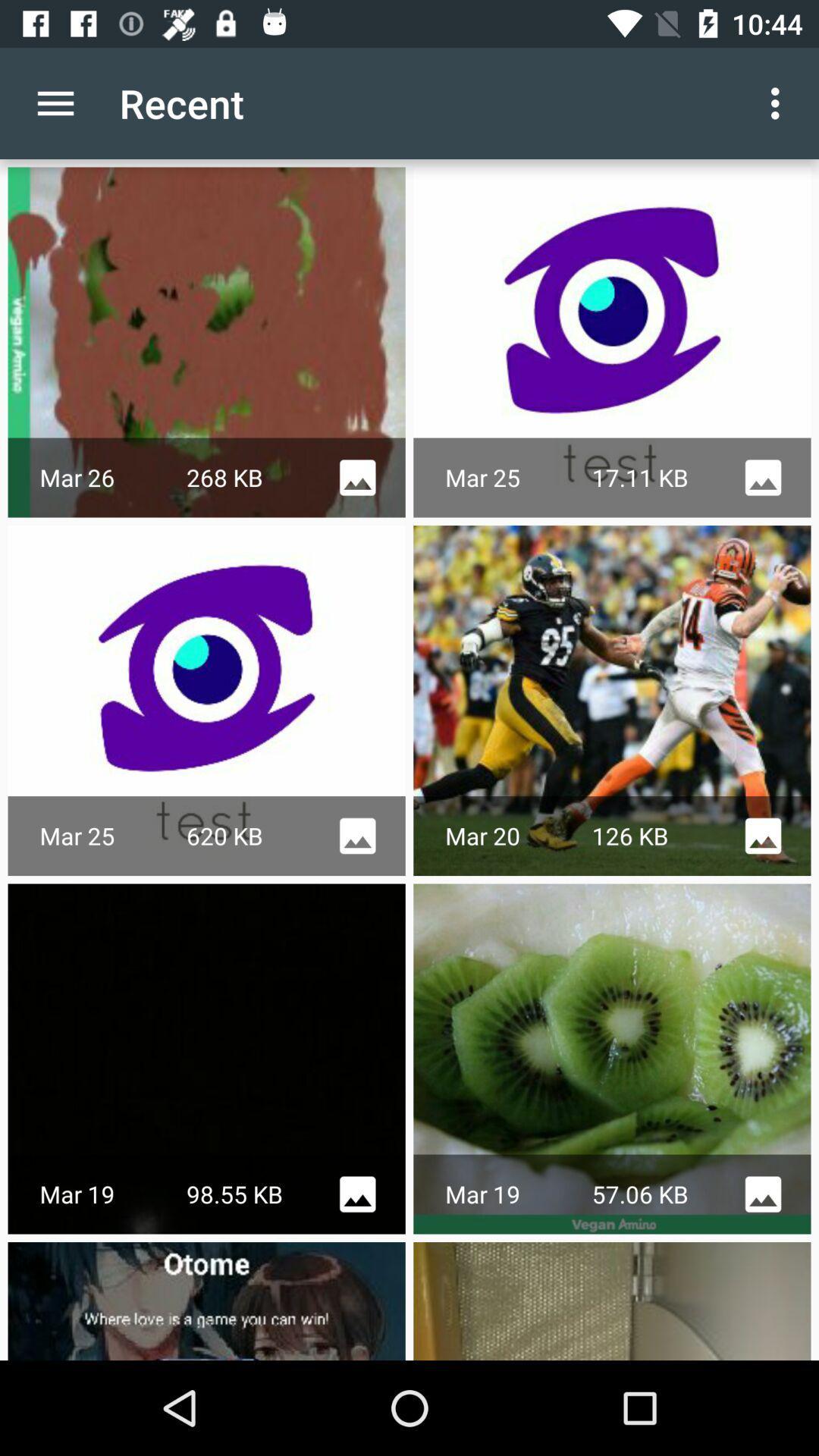 This screenshot has width=819, height=1456. Describe the element at coordinates (611, 700) in the screenshot. I see `the second image on left` at that location.